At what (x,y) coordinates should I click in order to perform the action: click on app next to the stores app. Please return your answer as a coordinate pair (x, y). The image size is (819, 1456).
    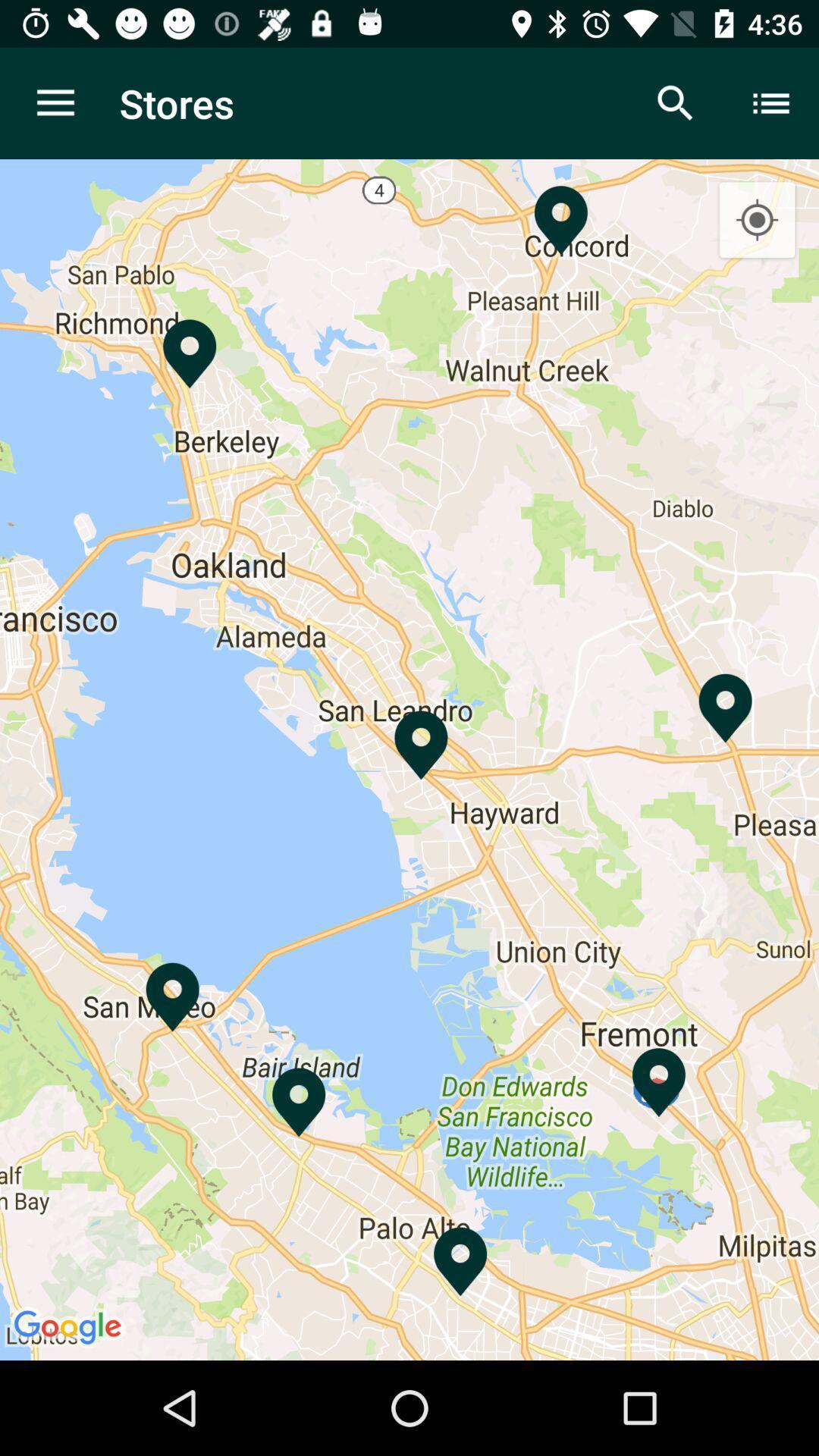
    Looking at the image, I should click on (675, 102).